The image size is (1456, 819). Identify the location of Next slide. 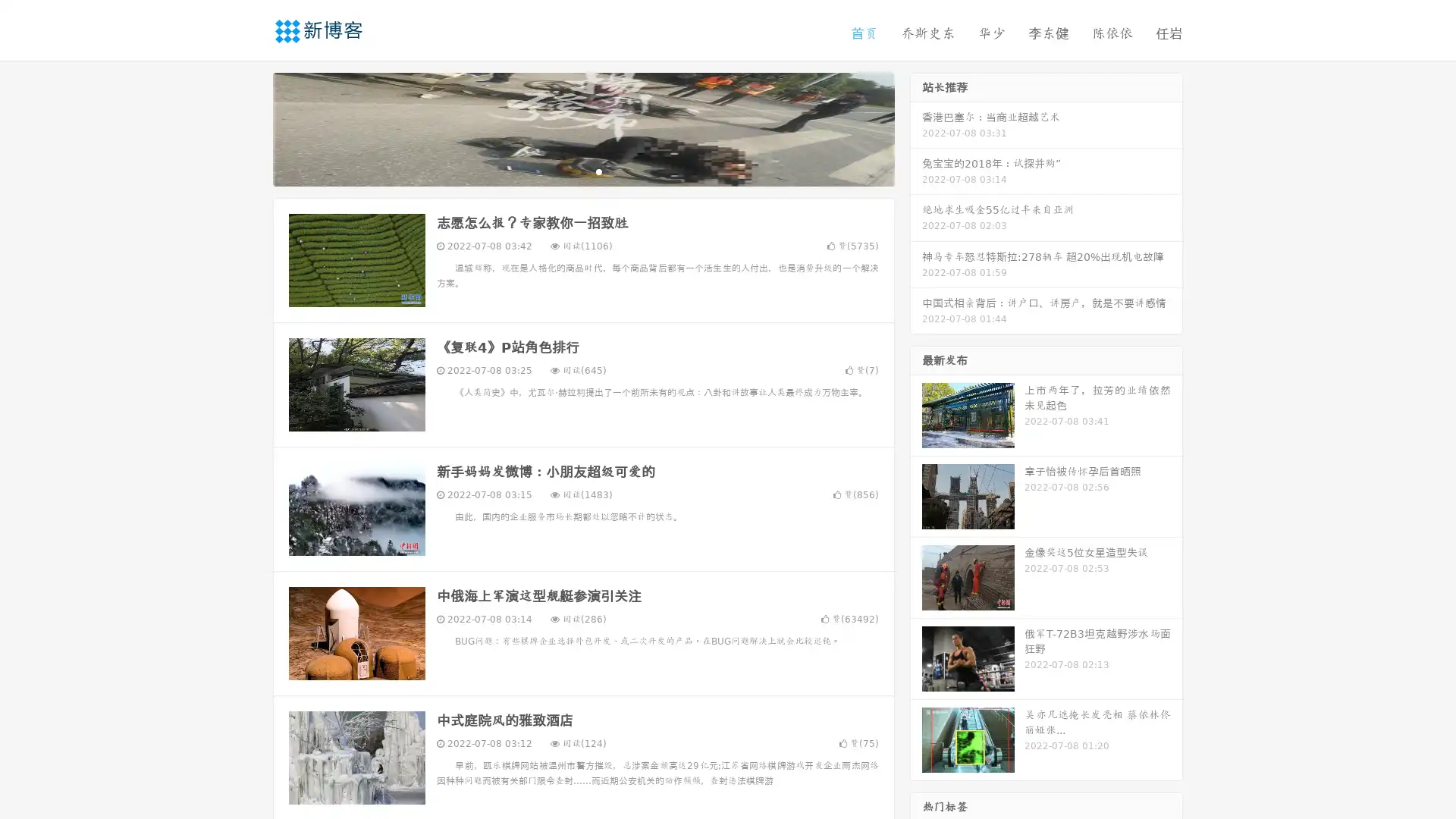
(916, 127).